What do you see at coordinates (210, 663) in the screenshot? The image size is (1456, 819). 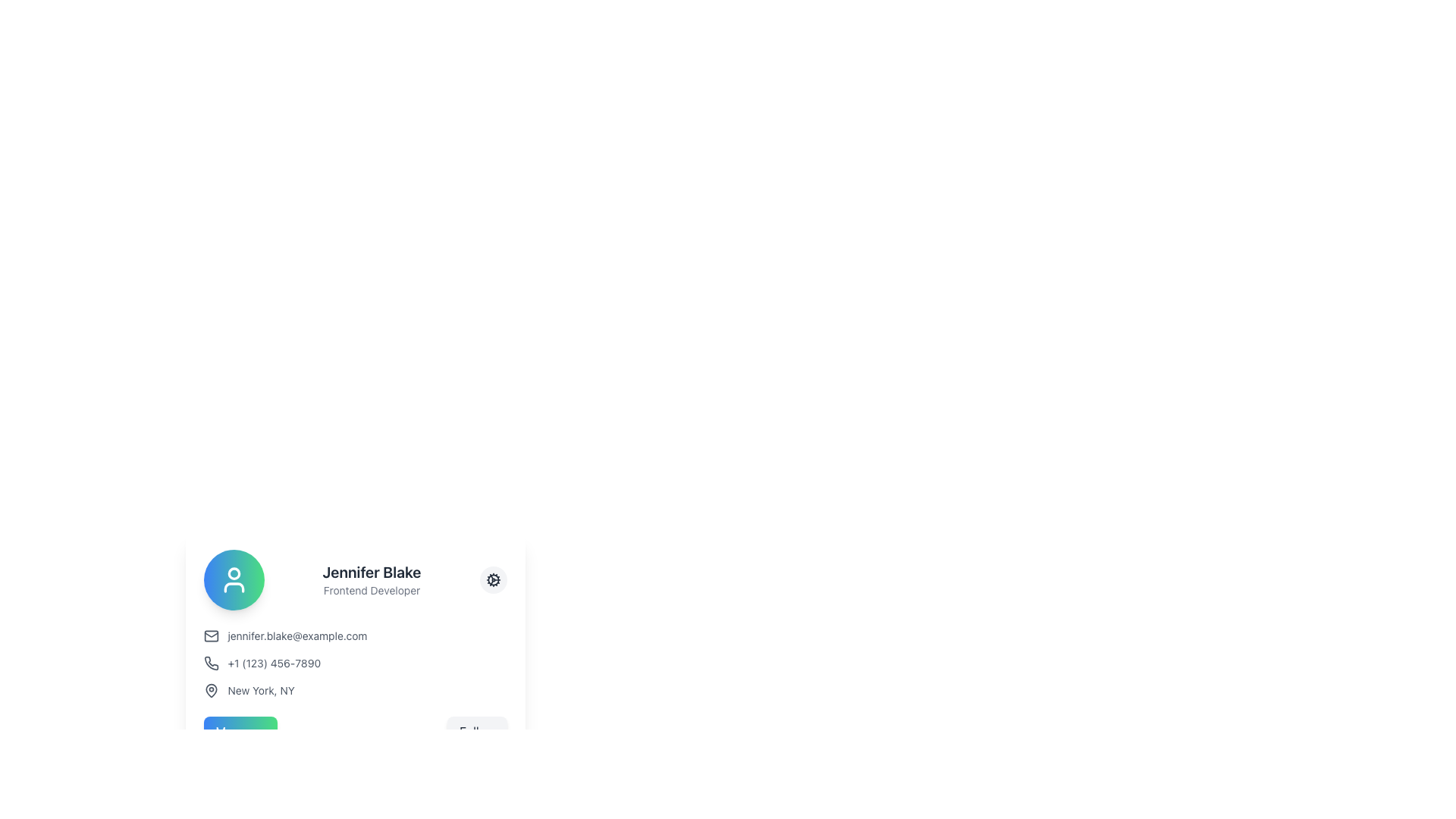 I see `the phone receiver icon` at bounding box center [210, 663].